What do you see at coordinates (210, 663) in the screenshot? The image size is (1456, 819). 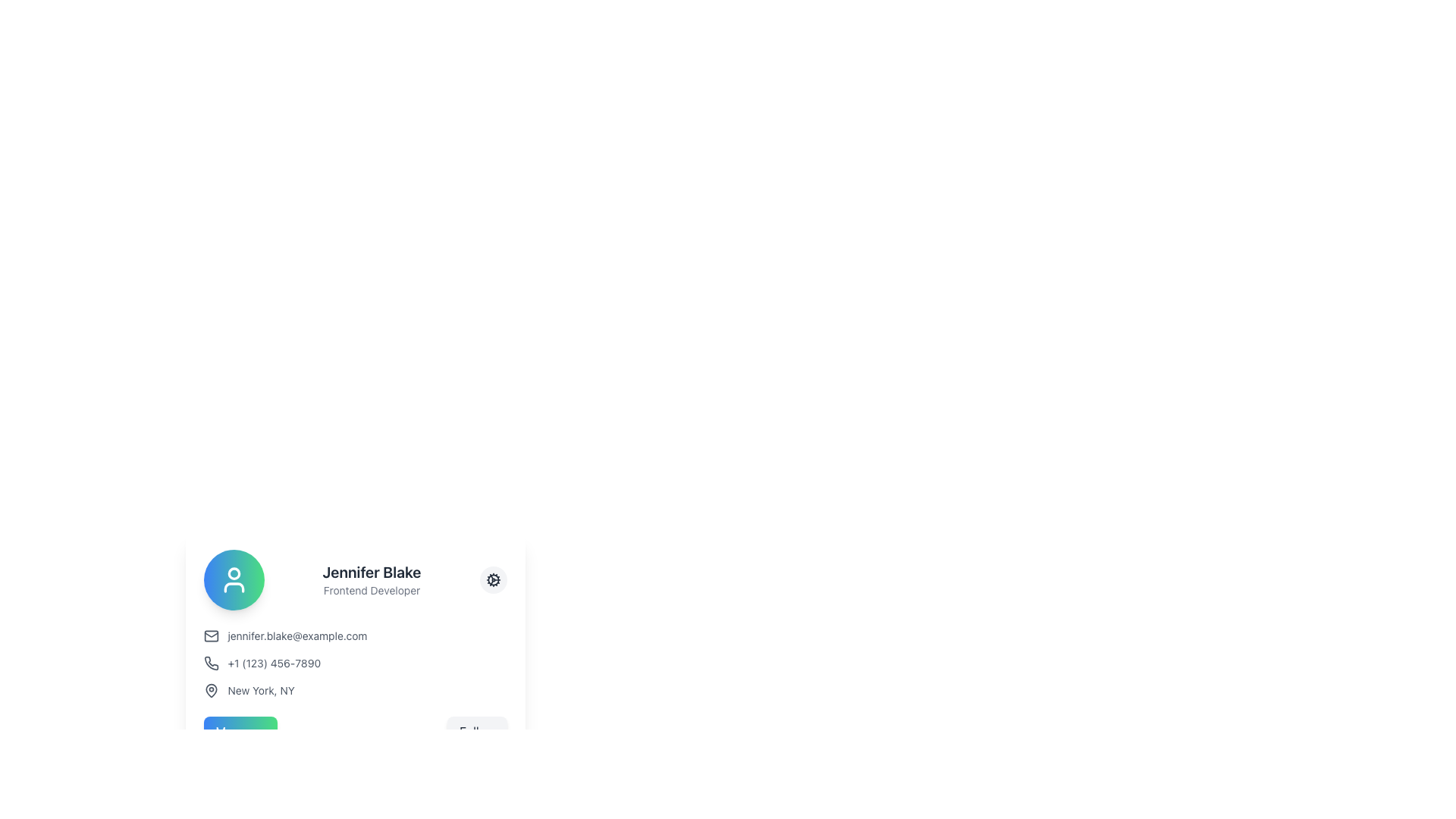 I see `the phone receiver icon` at bounding box center [210, 663].